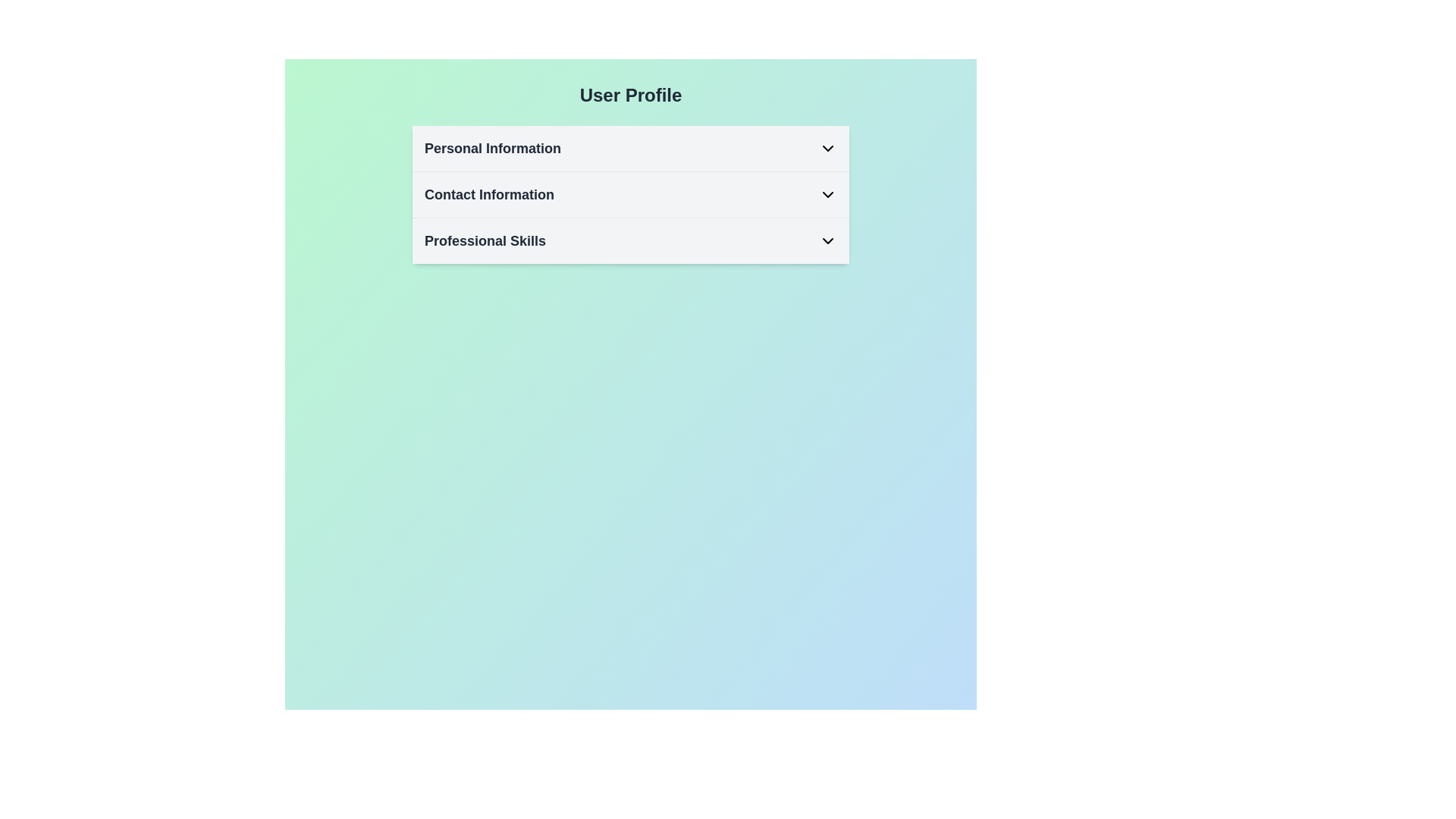 This screenshot has width=1456, height=819. What do you see at coordinates (489, 194) in the screenshot?
I see `the 'Contact Information' text label, which is the second item in the vertical list under the 'User Profile' heading` at bounding box center [489, 194].